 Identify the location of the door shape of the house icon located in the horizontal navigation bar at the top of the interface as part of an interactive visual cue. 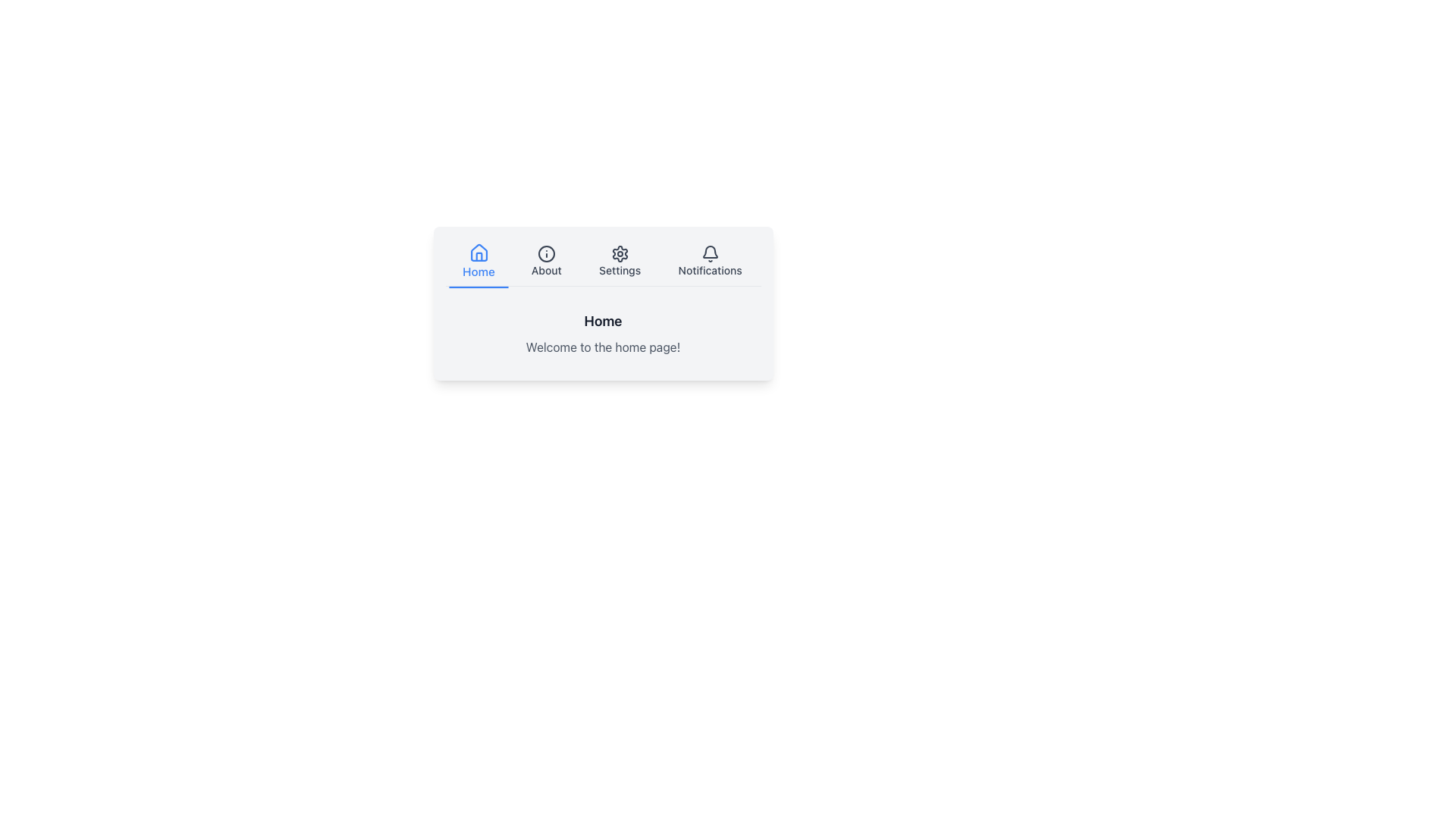
(478, 256).